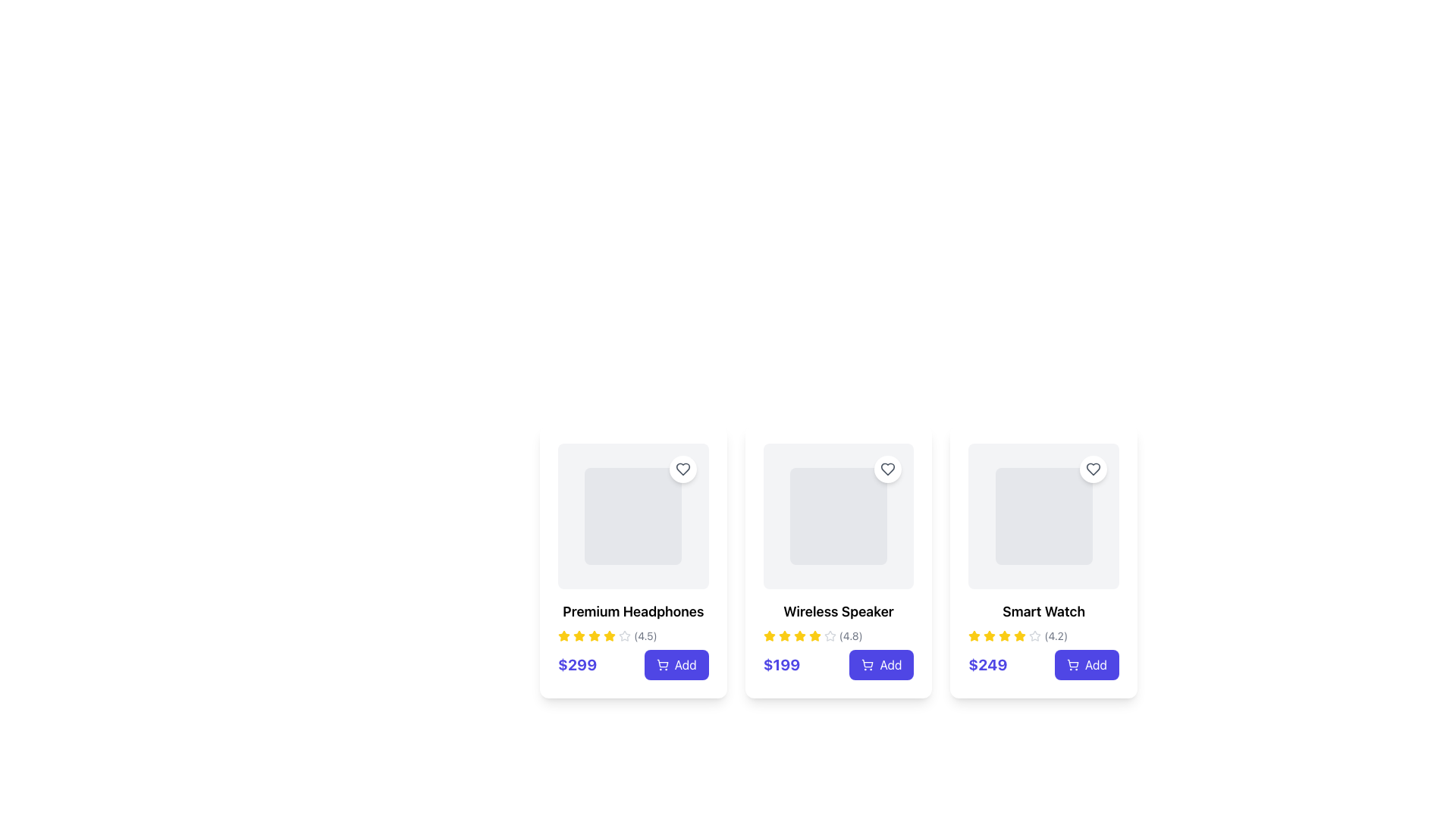 The image size is (1456, 819). What do you see at coordinates (868, 664) in the screenshot?
I see `the shopping cart icon that is inside the 'Add' button at the bottom of the second card representing the 'Wireless Speaker' product` at bounding box center [868, 664].